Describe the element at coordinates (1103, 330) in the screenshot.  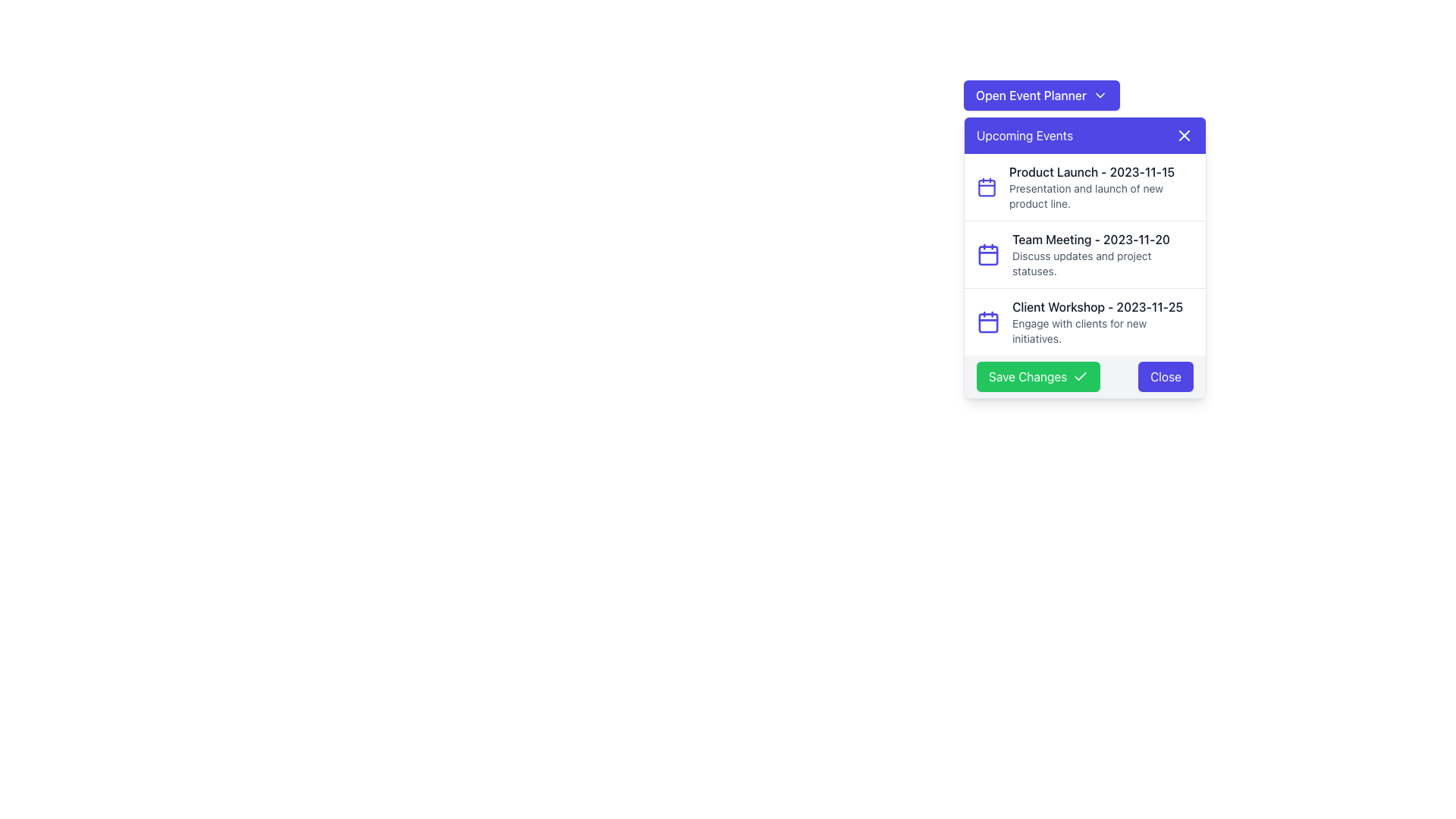
I see `brief description text located below the 'Client Workshop - 2023-11-25' event title, which provides additional context about the event` at that location.